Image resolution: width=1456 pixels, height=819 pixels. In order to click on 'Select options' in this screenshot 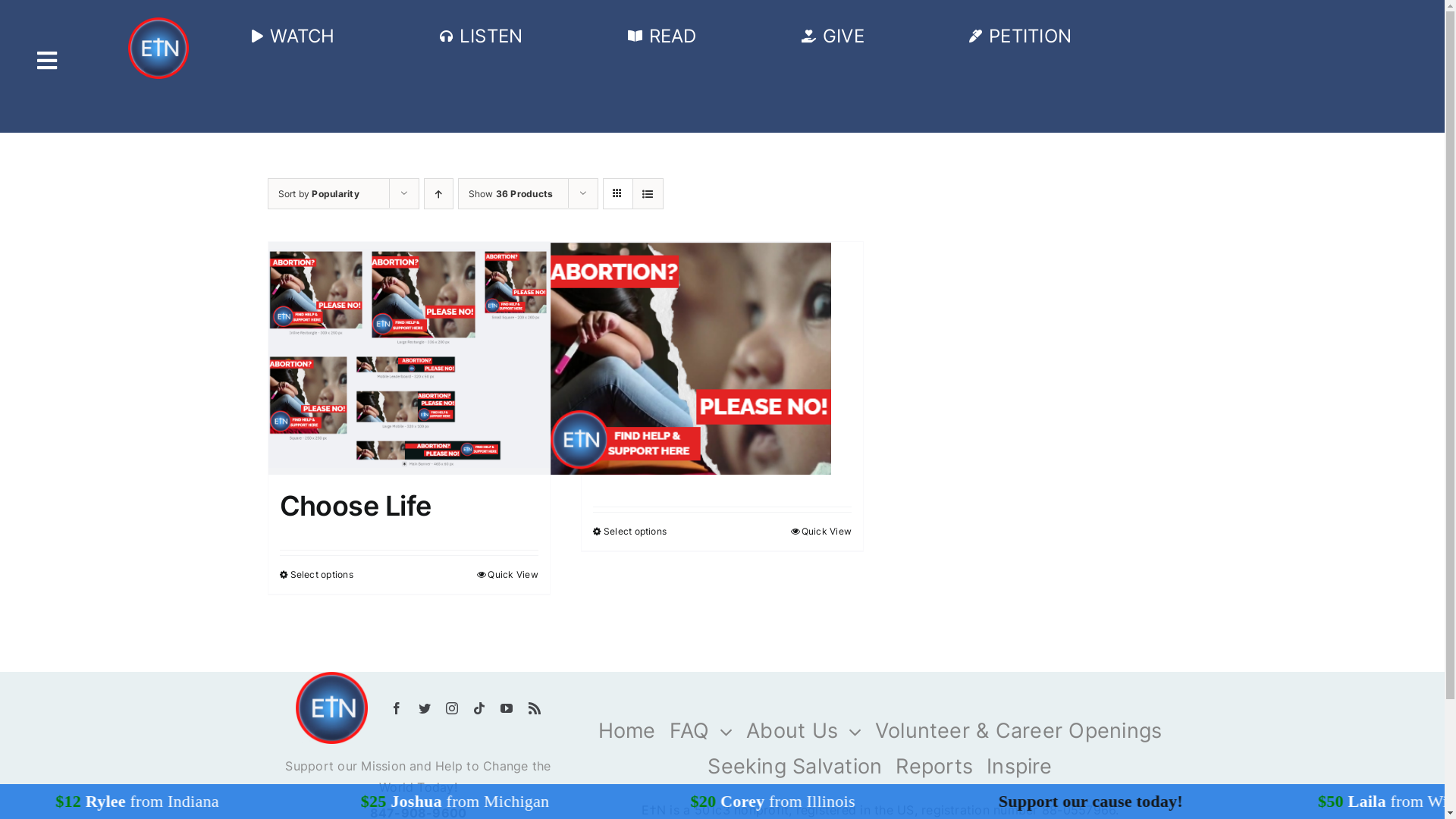, I will do `click(279, 575)`.